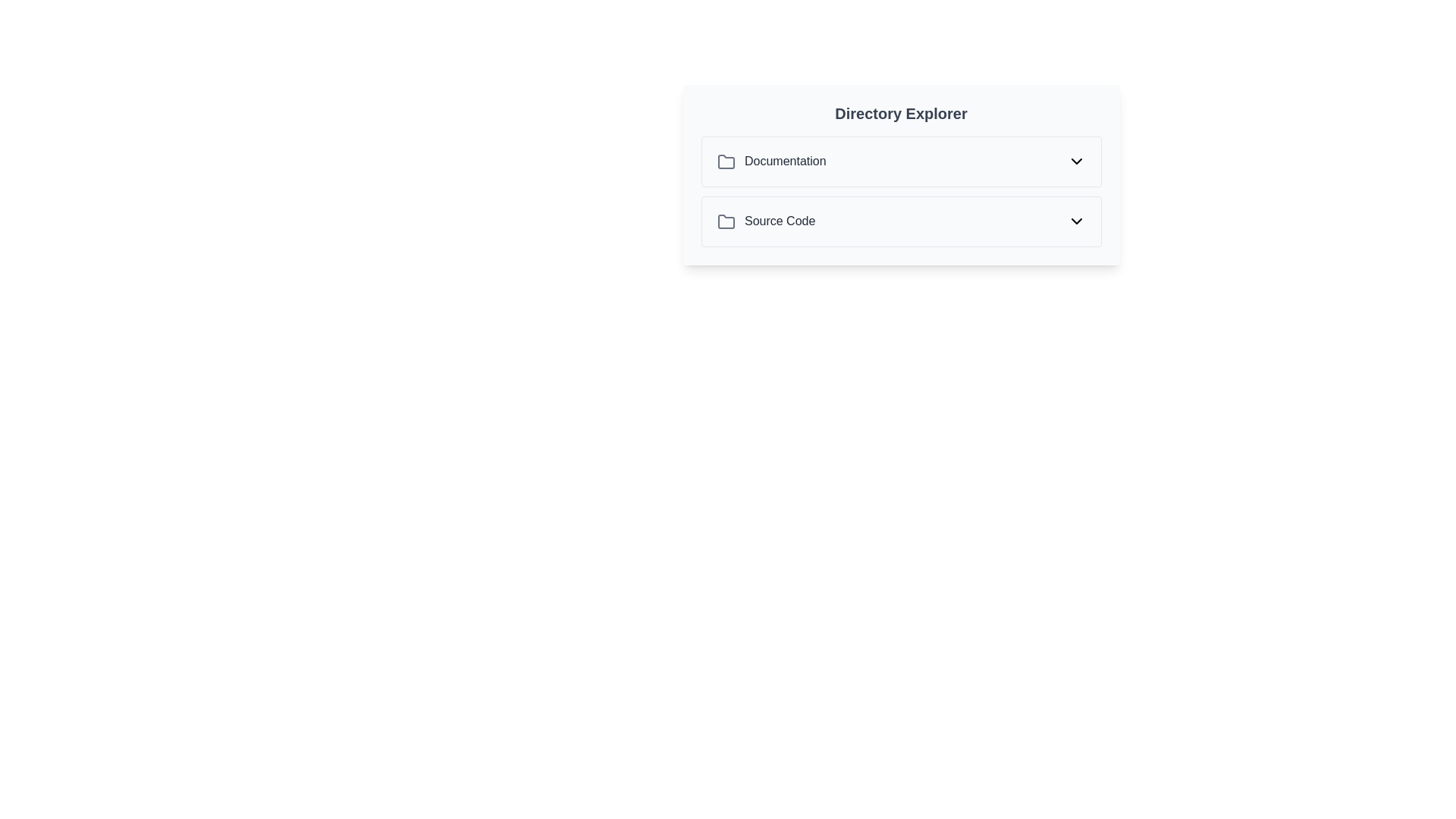 This screenshot has width=1456, height=819. I want to click on the folder icon with a gray outline labeled 'Source Code' in the directory explorer interface, located in the second row before the text 'Source Code', so click(725, 221).